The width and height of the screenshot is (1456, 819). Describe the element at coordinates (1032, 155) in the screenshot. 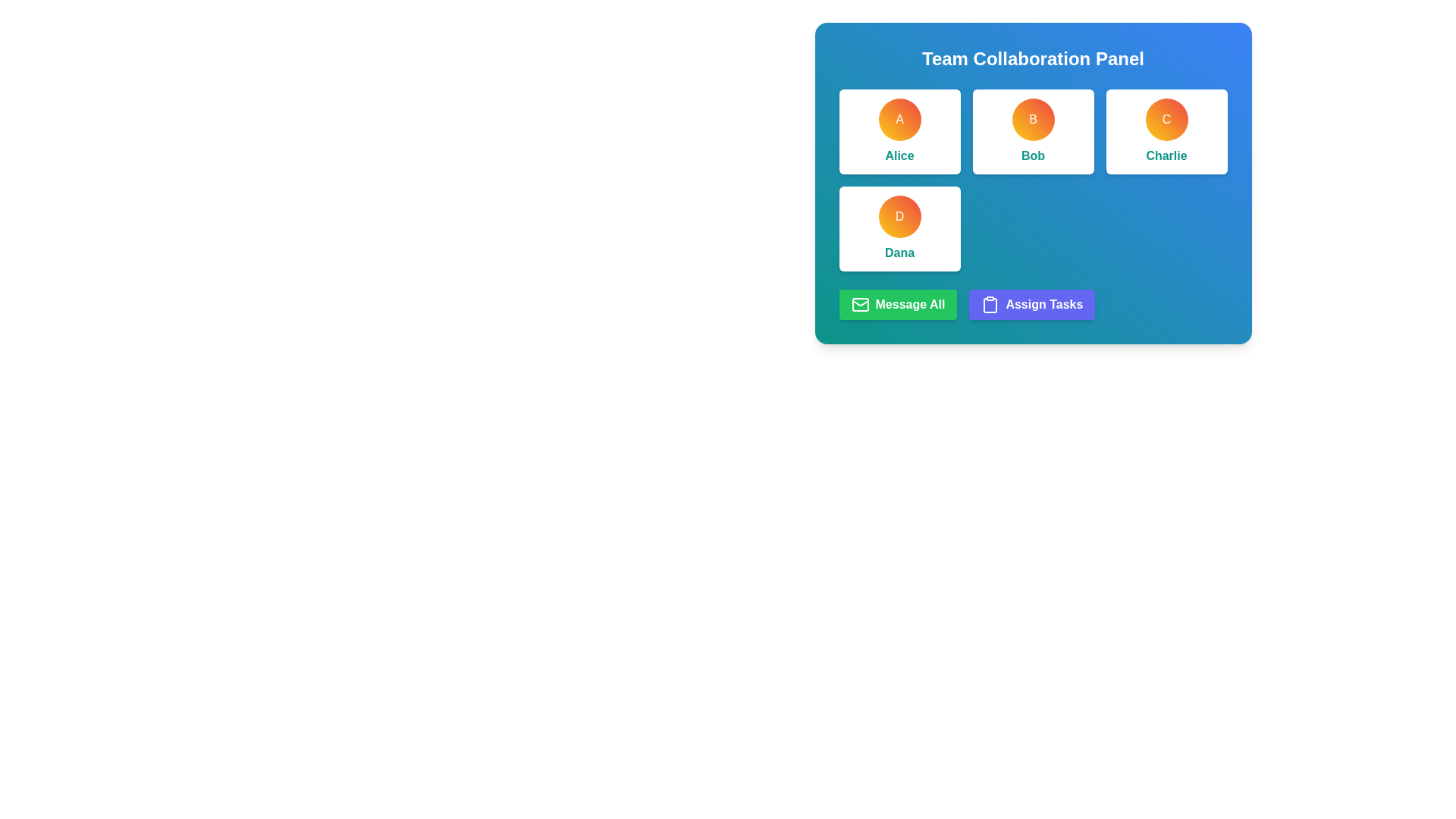

I see `the text label 'Bob' located under the profile element with the letter 'B'` at that location.